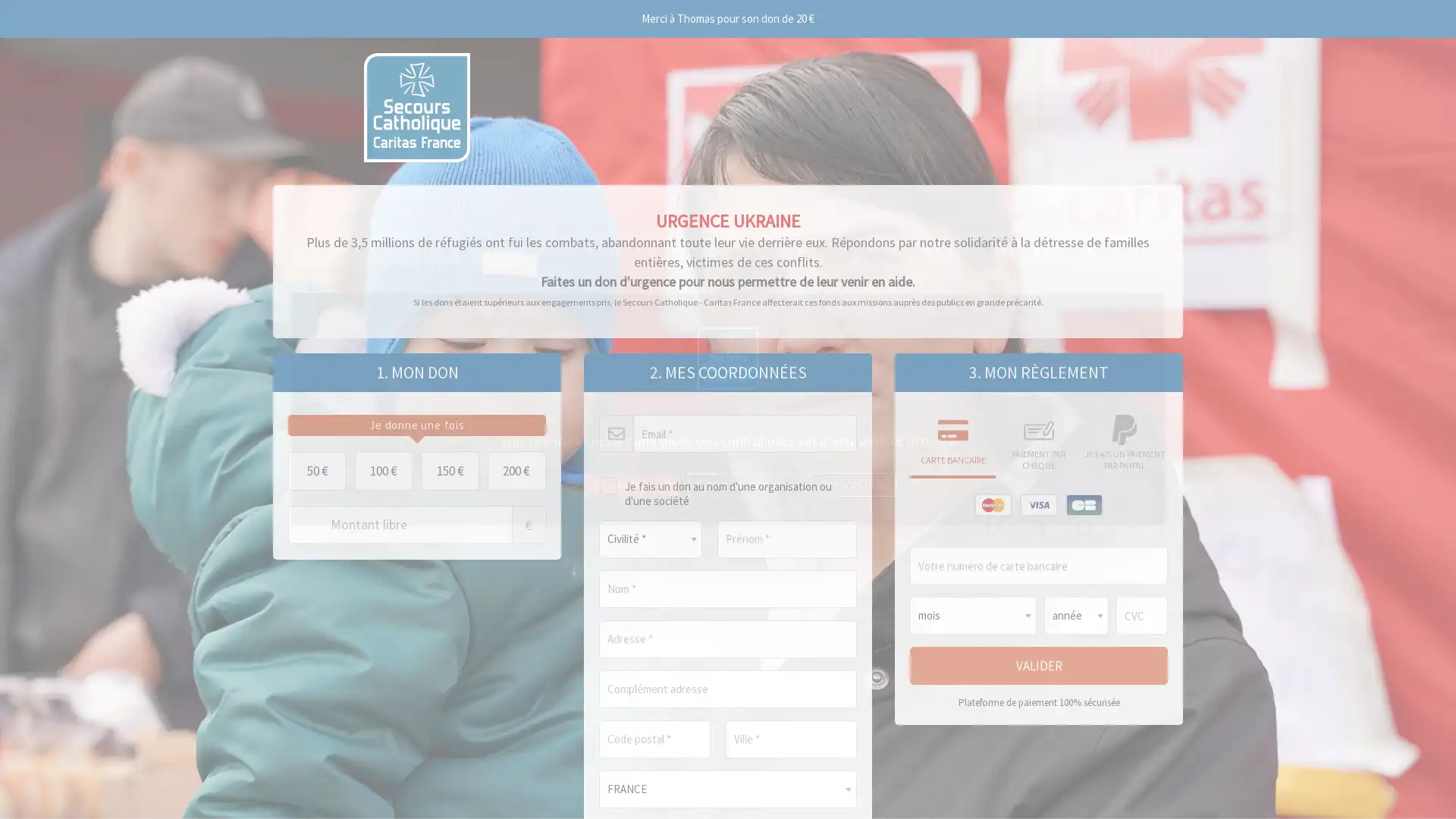 Image resolution: width=1456 pixels, height=819 pixels. What do you see at coordinates (1037, 665) in the screenshot?
I see `Valider` at bounding box center [1037, 665].